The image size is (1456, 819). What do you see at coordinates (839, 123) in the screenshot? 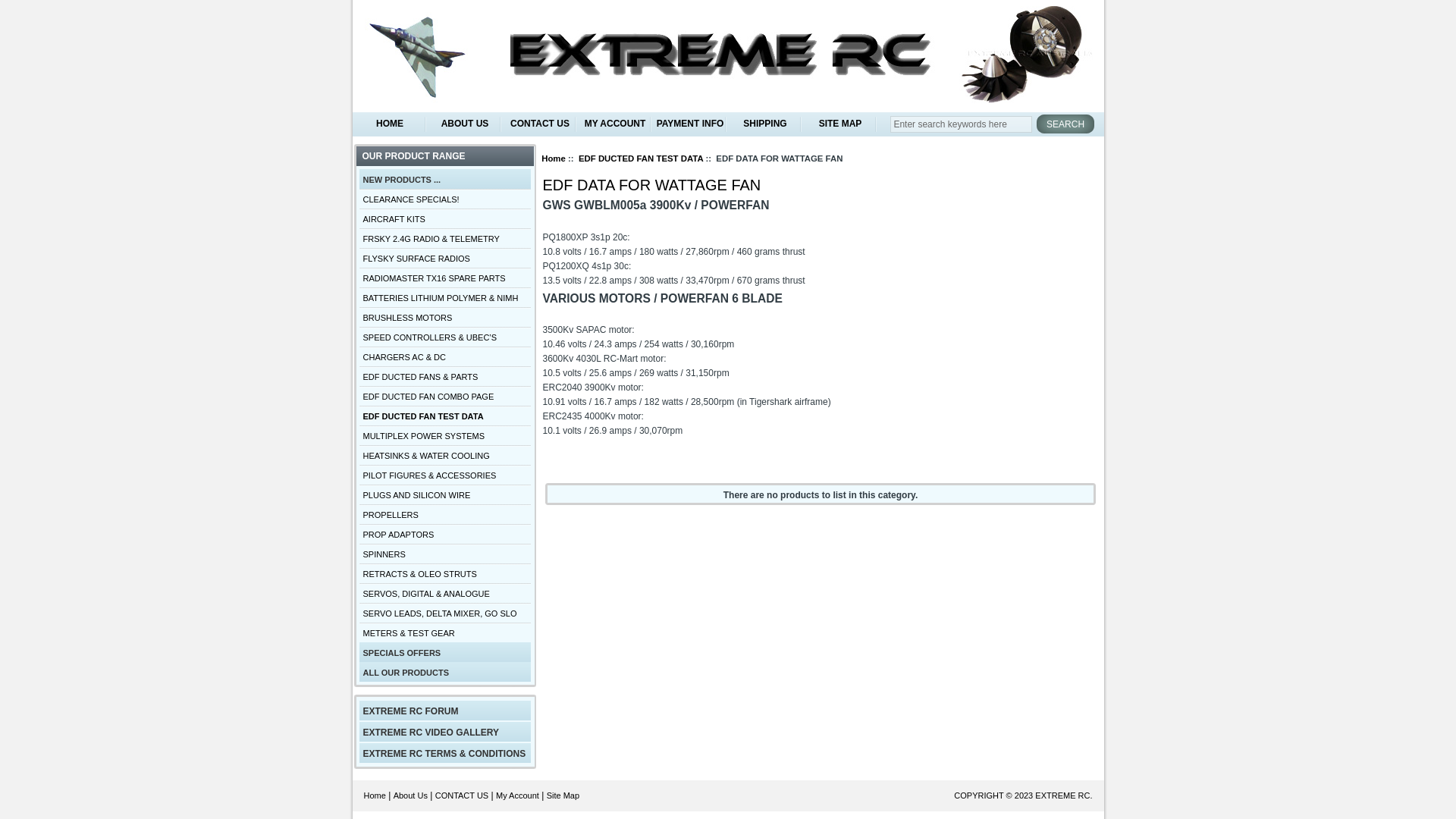
I see `'SITE MAP'` at bounding box center [839, 123].